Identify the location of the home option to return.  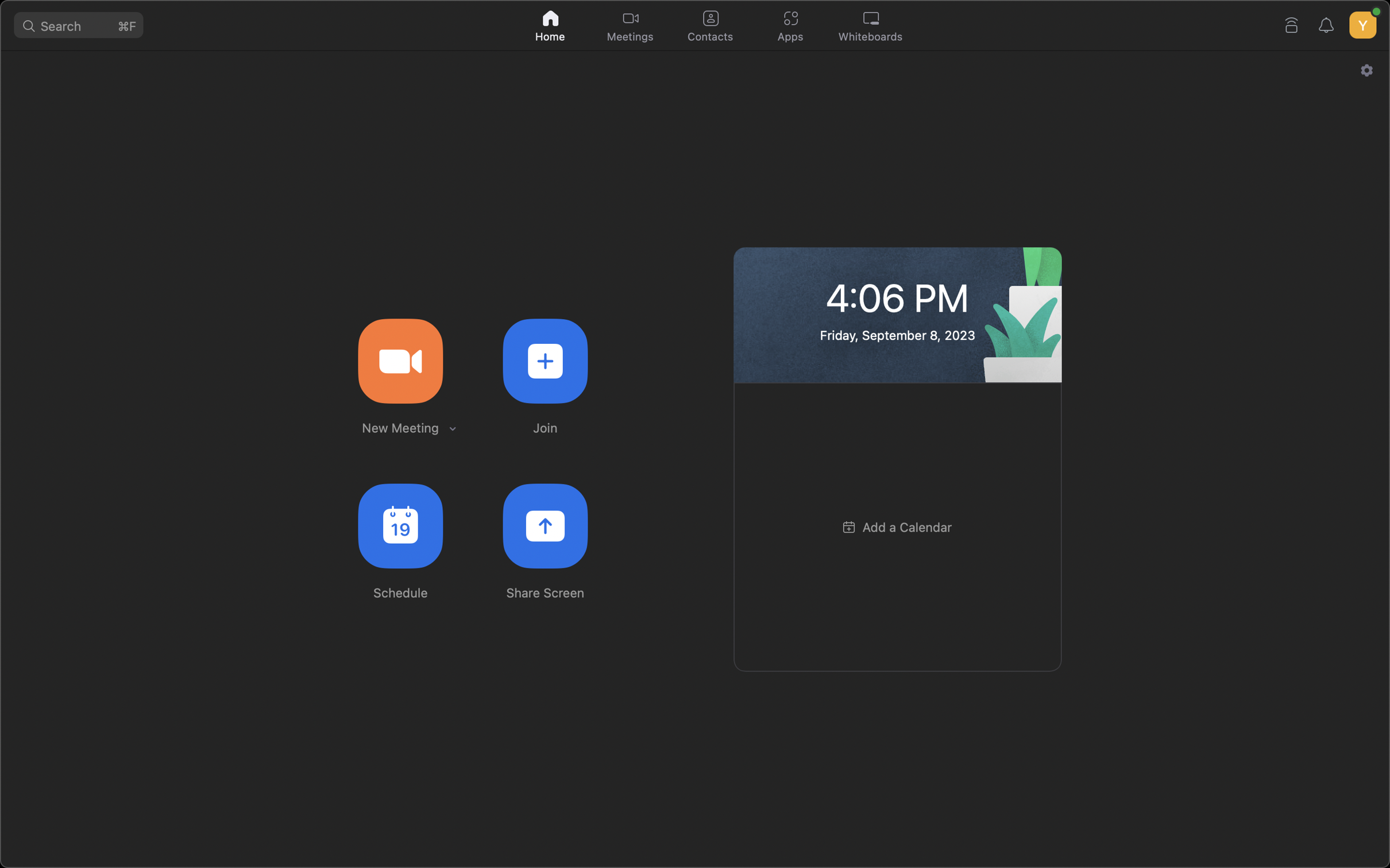
(551, 24).